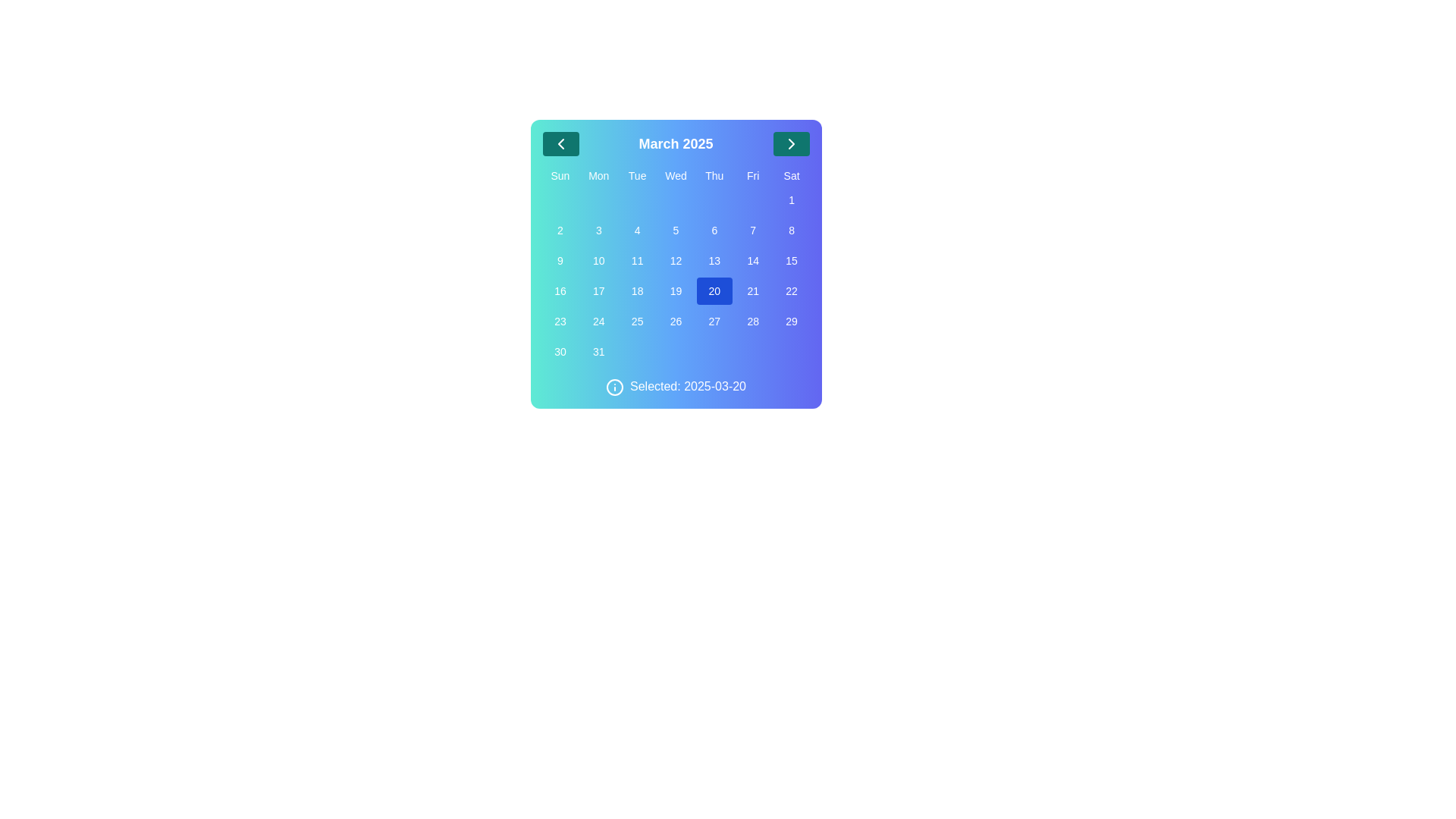 This screenshot has width=1456, height=819. What do you see at coordinates (753, 321) in the screenshot?
I see `the button displaying the number '28' in the last column under 'Fri' in the fifth row of the calendar grid` at bounding box center [753, 321].